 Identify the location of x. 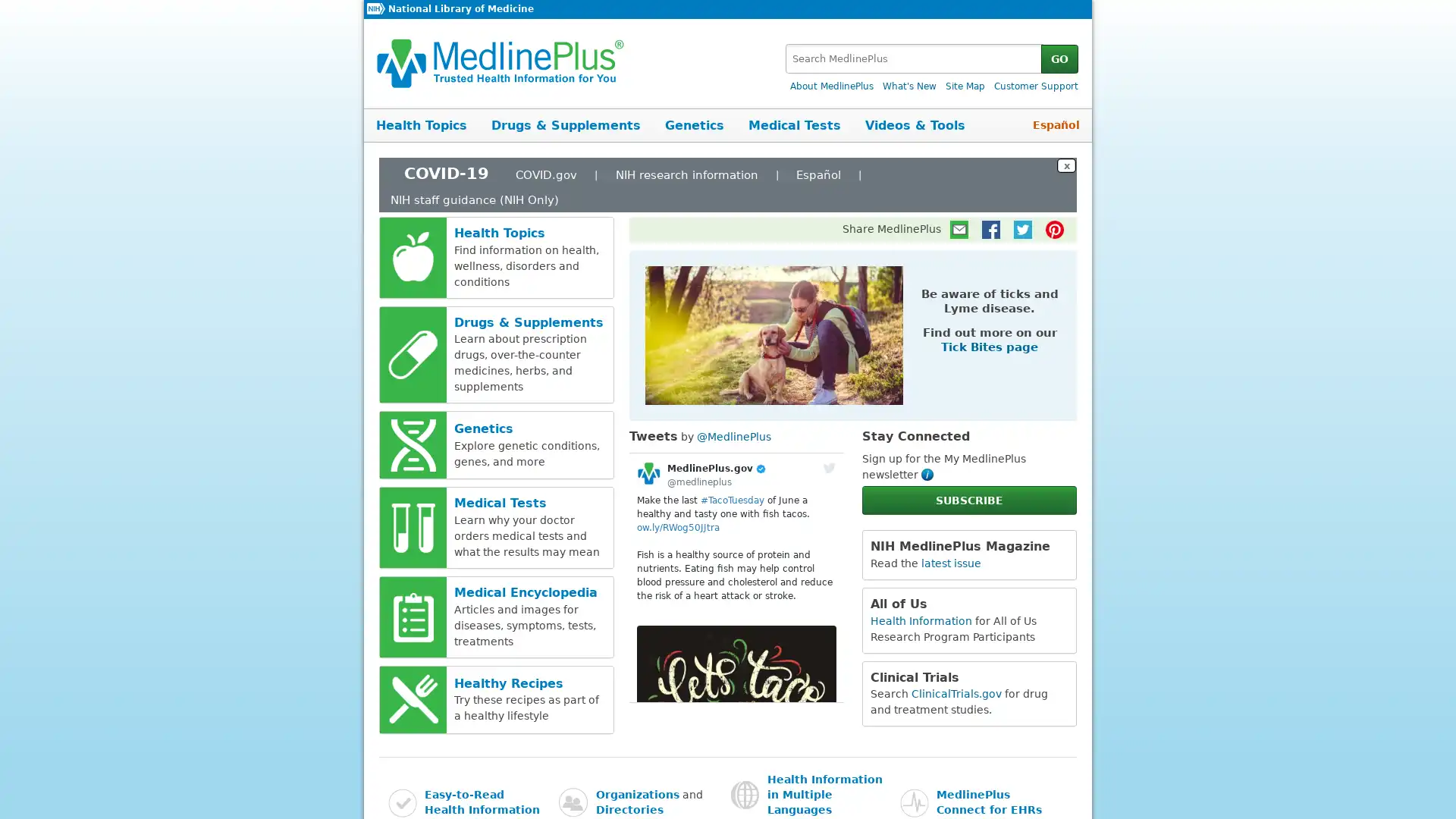
(1065, 165).